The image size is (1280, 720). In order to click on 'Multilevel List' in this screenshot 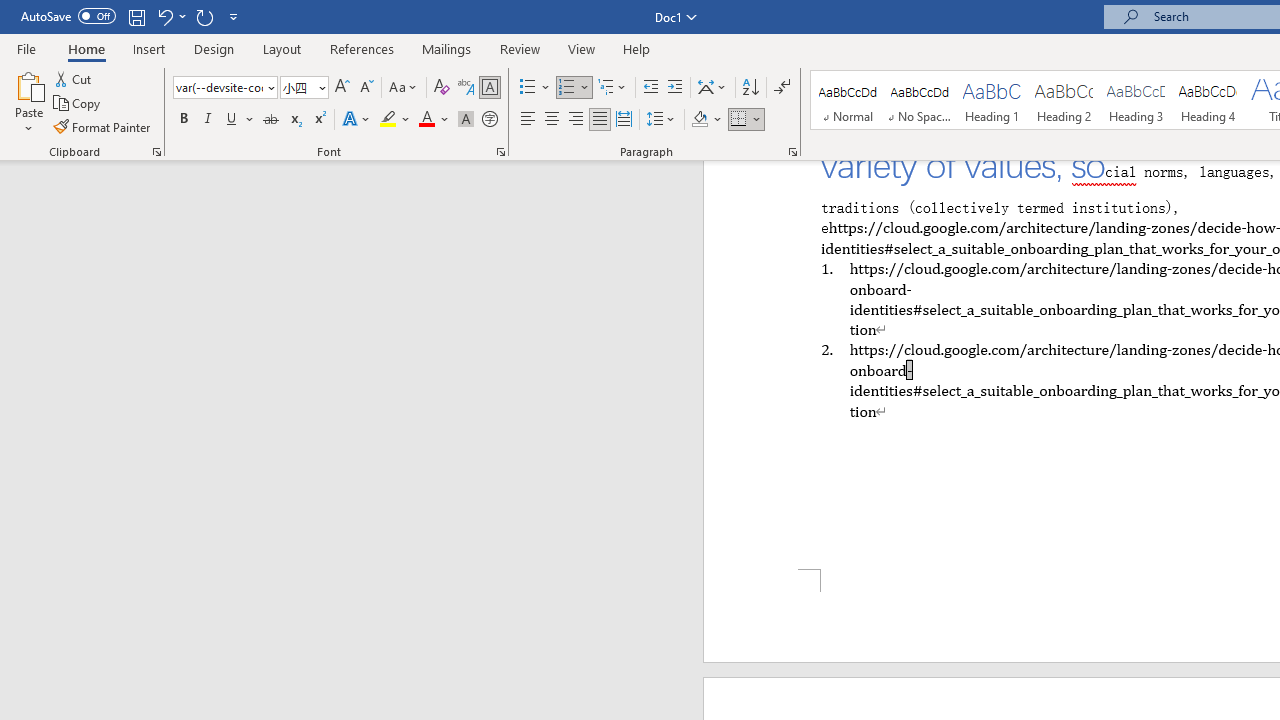, I will do `click(612, 86)`.